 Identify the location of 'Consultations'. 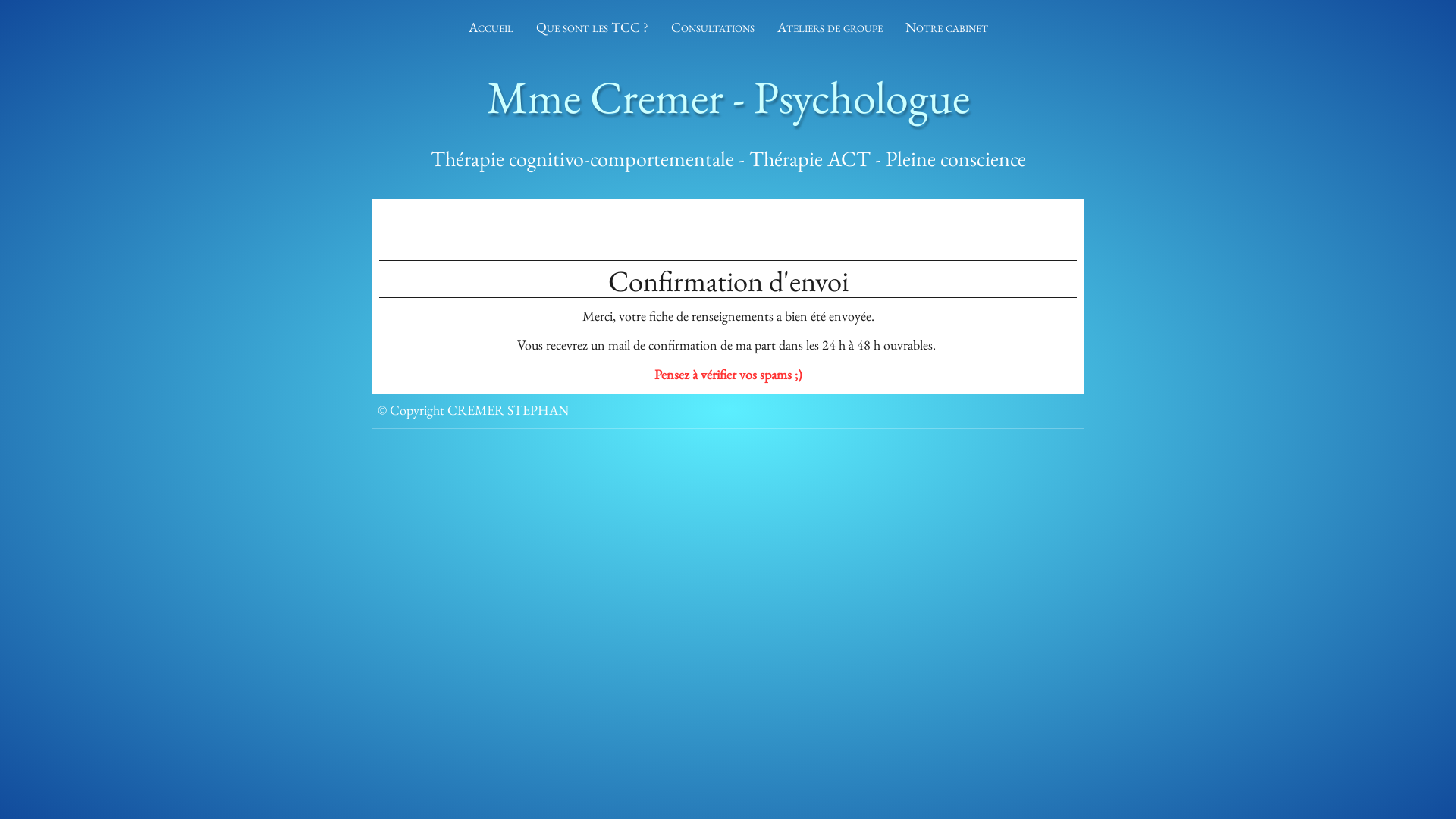
(712, 27).